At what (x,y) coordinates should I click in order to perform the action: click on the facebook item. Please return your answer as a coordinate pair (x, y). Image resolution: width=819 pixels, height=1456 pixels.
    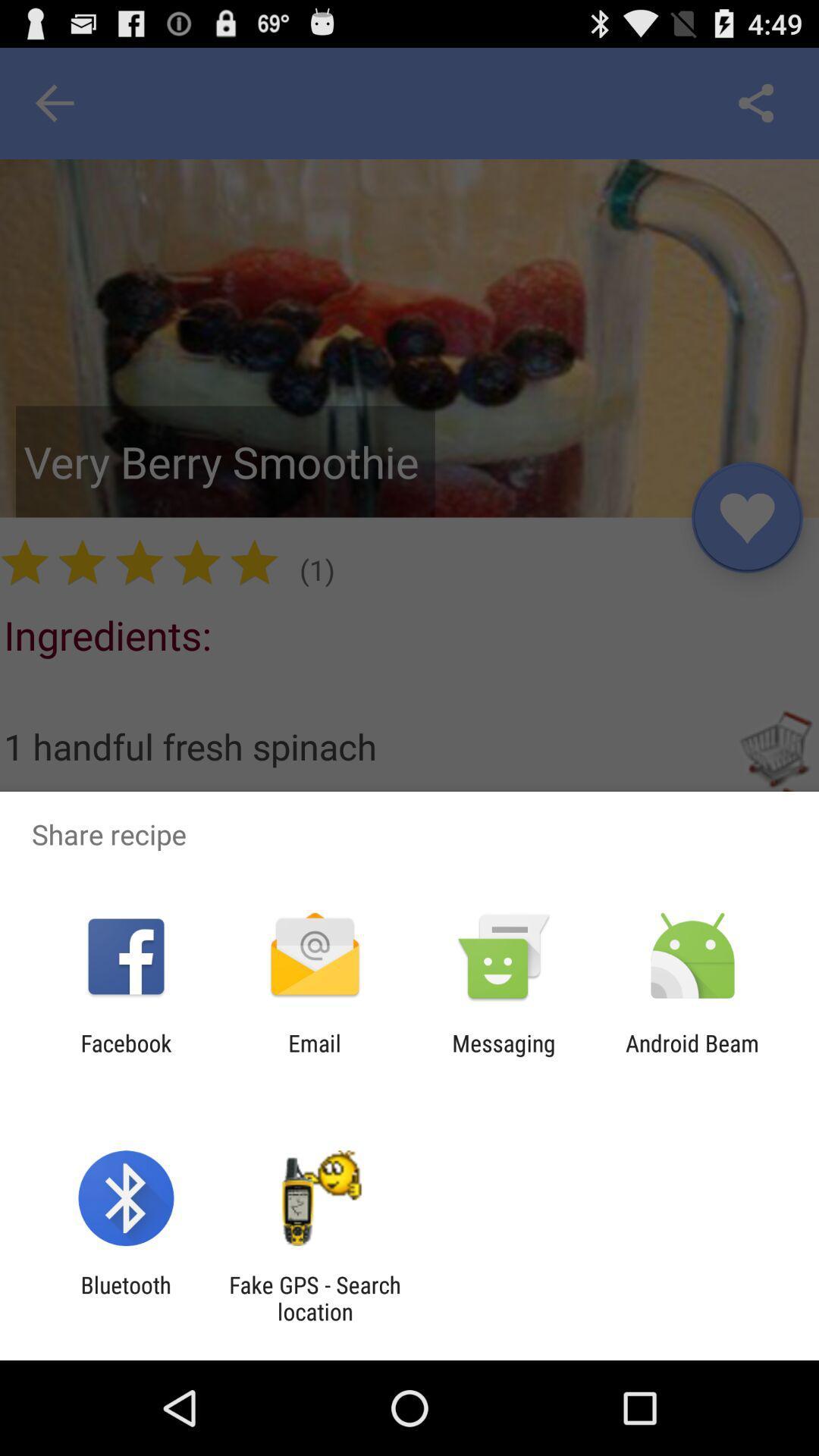
    Looking at the image, I should click on (125, 1056).